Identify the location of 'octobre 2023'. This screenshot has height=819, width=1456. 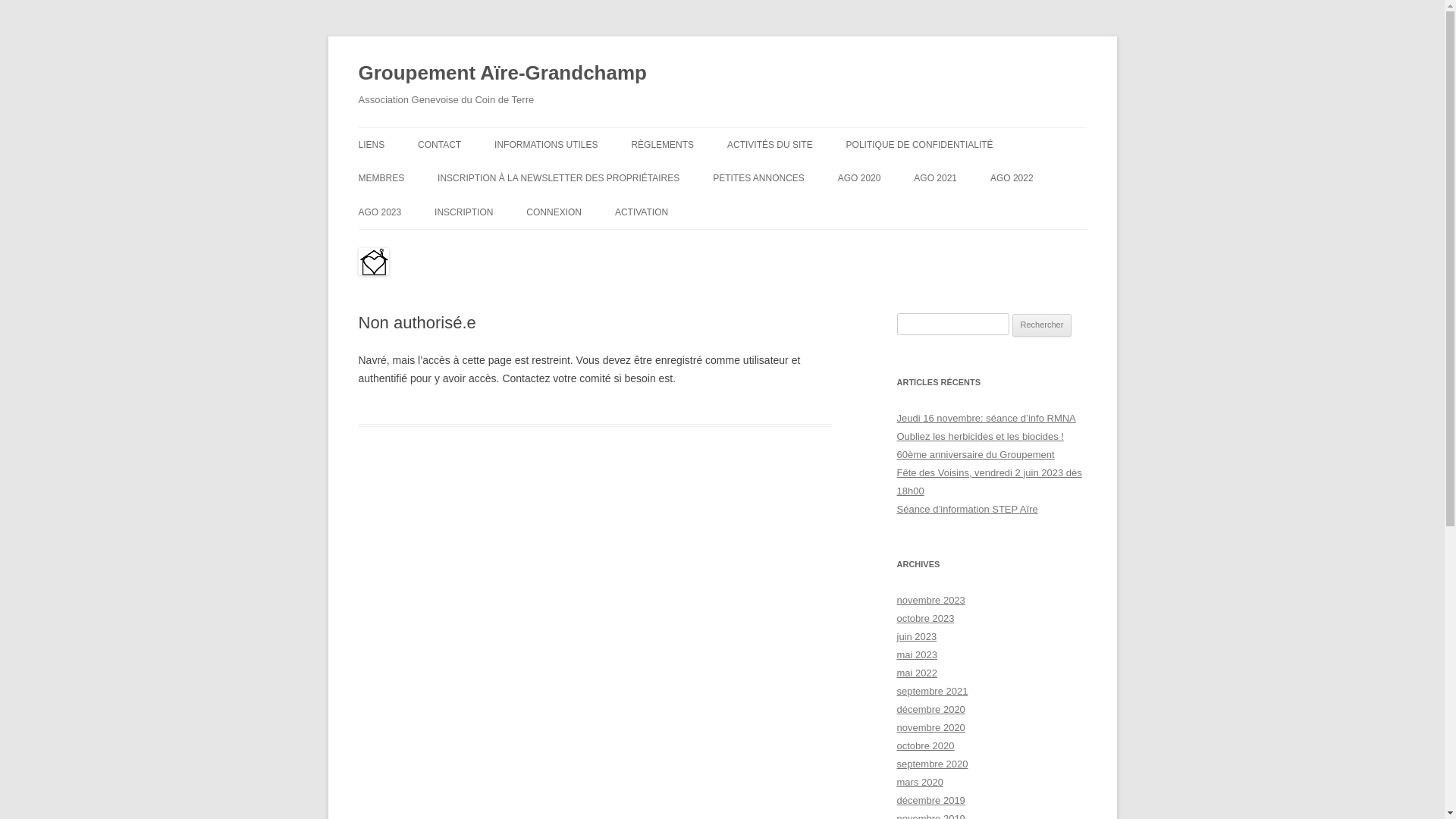
(896, 618).